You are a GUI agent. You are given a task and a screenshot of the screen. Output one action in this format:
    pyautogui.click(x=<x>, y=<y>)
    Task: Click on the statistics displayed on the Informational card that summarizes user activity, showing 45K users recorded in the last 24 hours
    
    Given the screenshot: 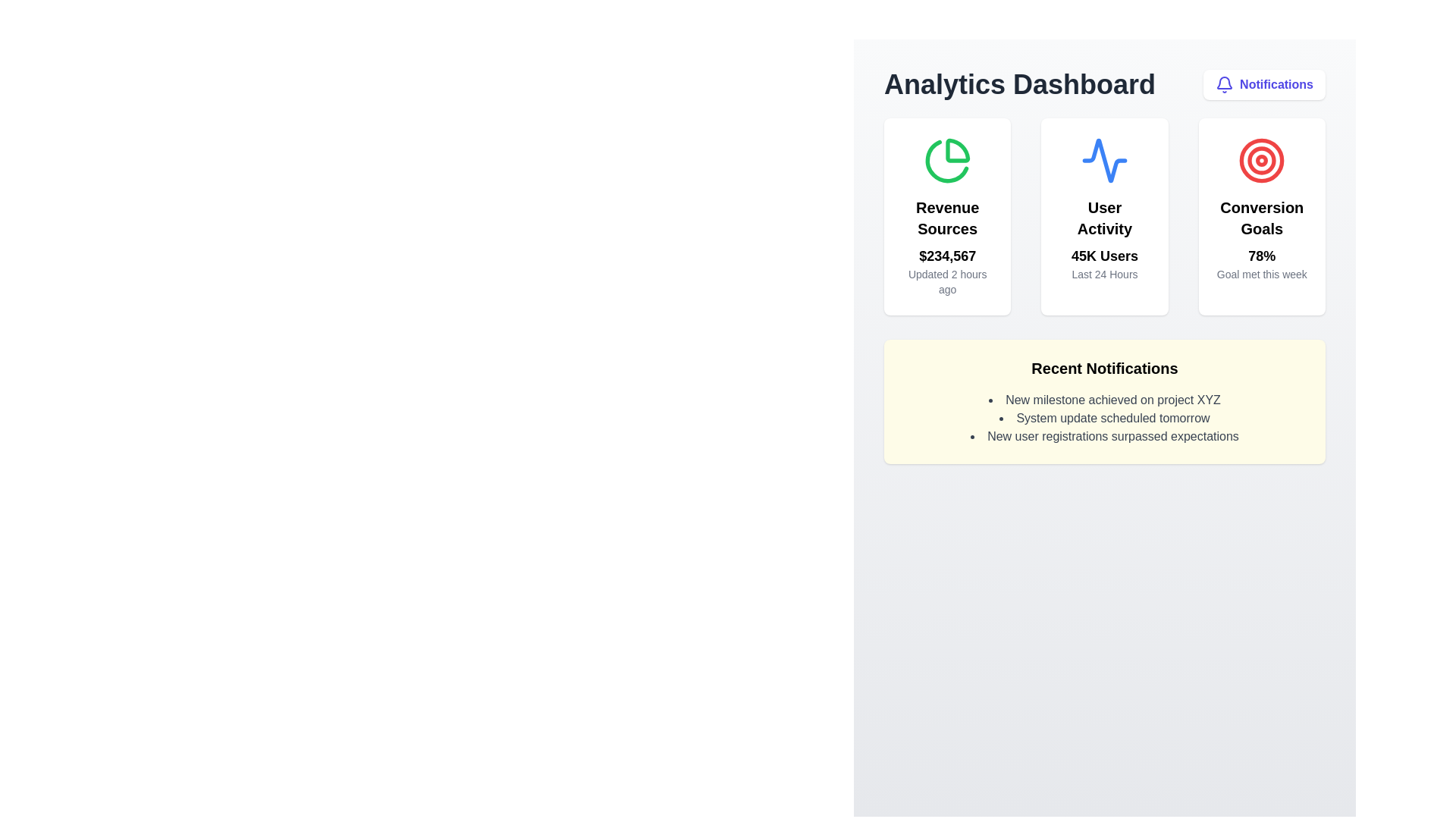 What is the action you would take?
    pyautogui.click(x=1104, y=216)
    